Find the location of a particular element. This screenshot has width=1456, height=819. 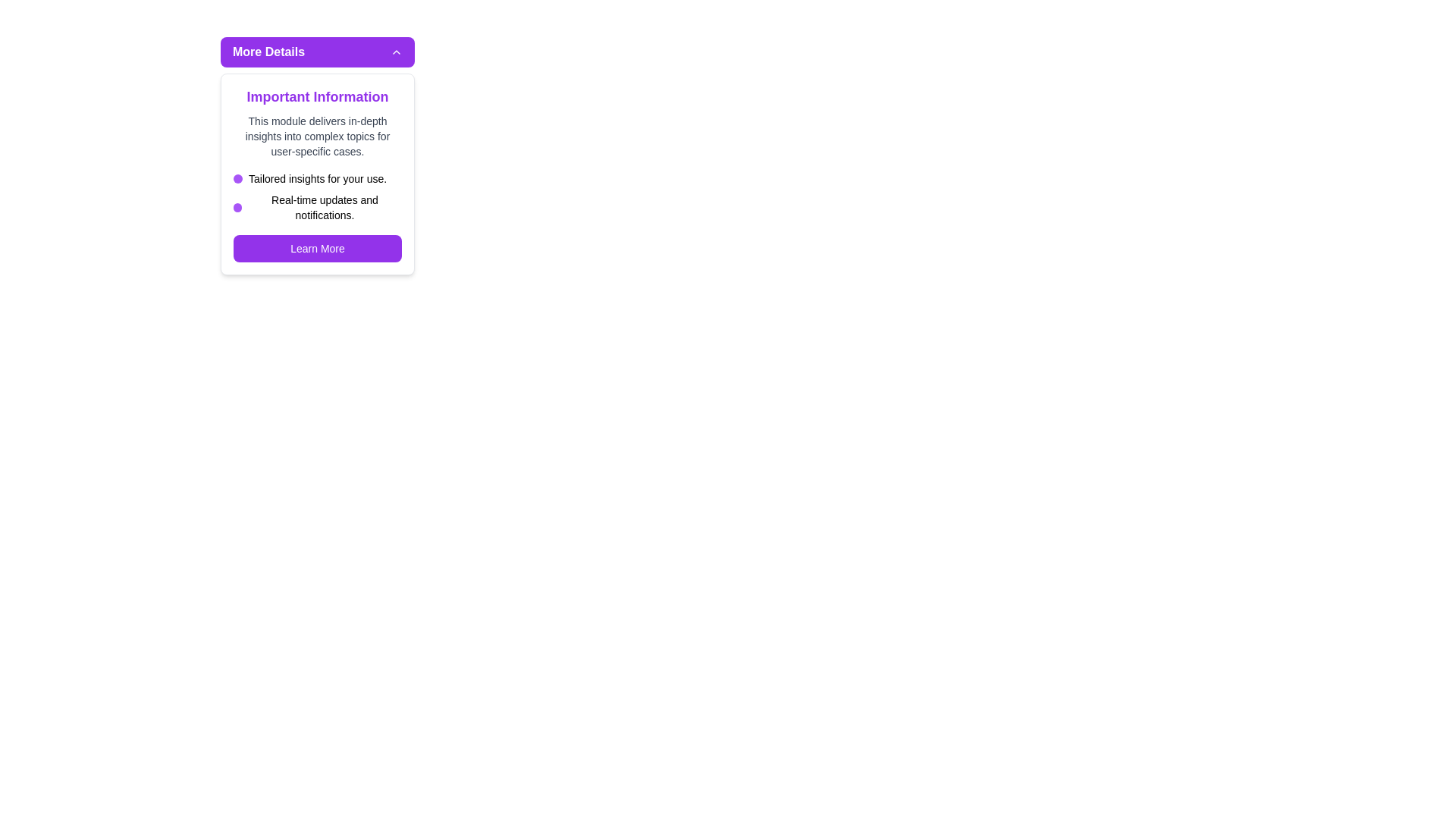

the small upward arrow icon located in the top-right corner of the 'More Details' button with a purple background is located at coordinates (397, 52).